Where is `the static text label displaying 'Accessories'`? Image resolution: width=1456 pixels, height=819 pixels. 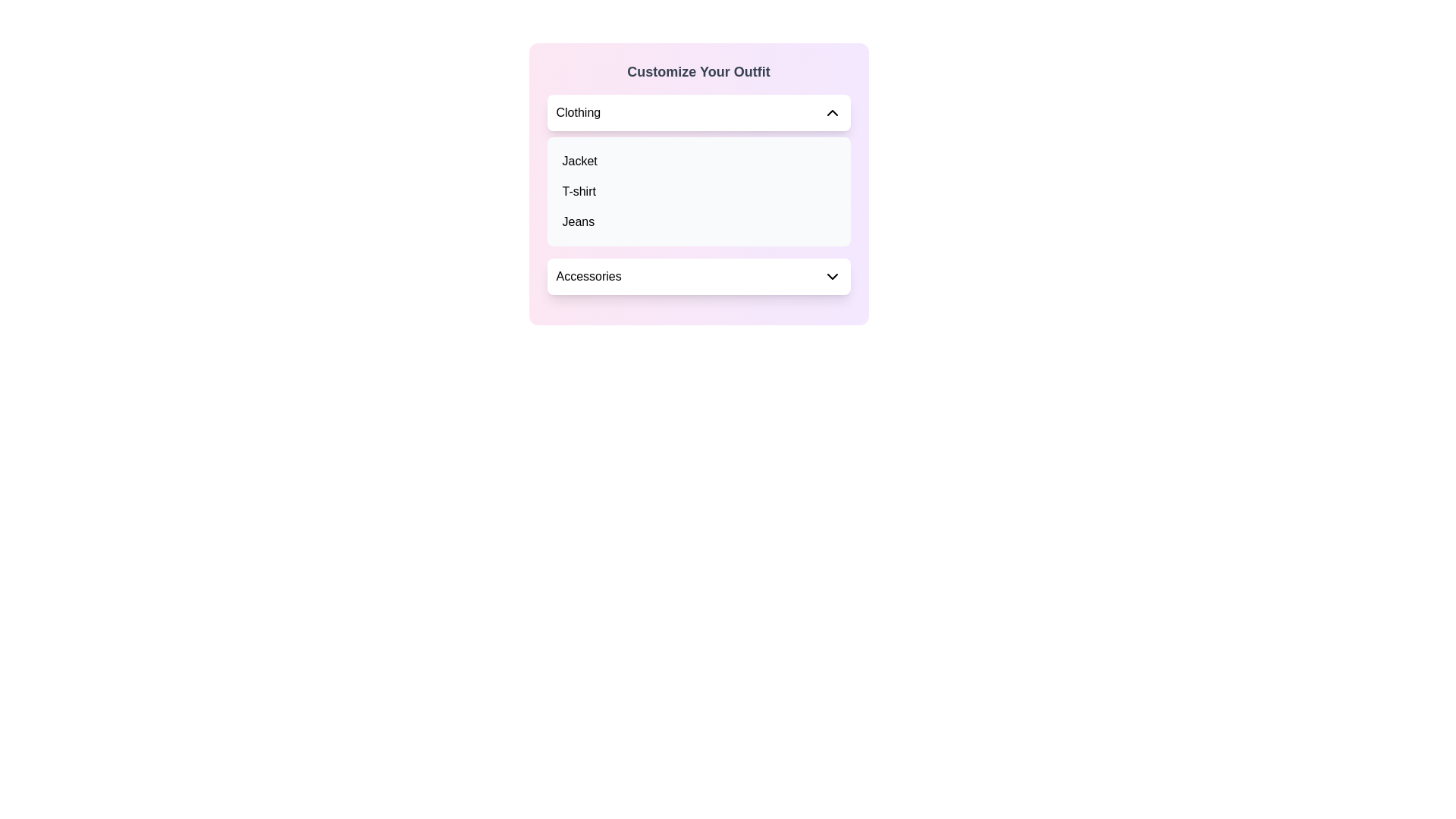 the static text label displaying 'Accessories' is located at coordinates (588, 277).